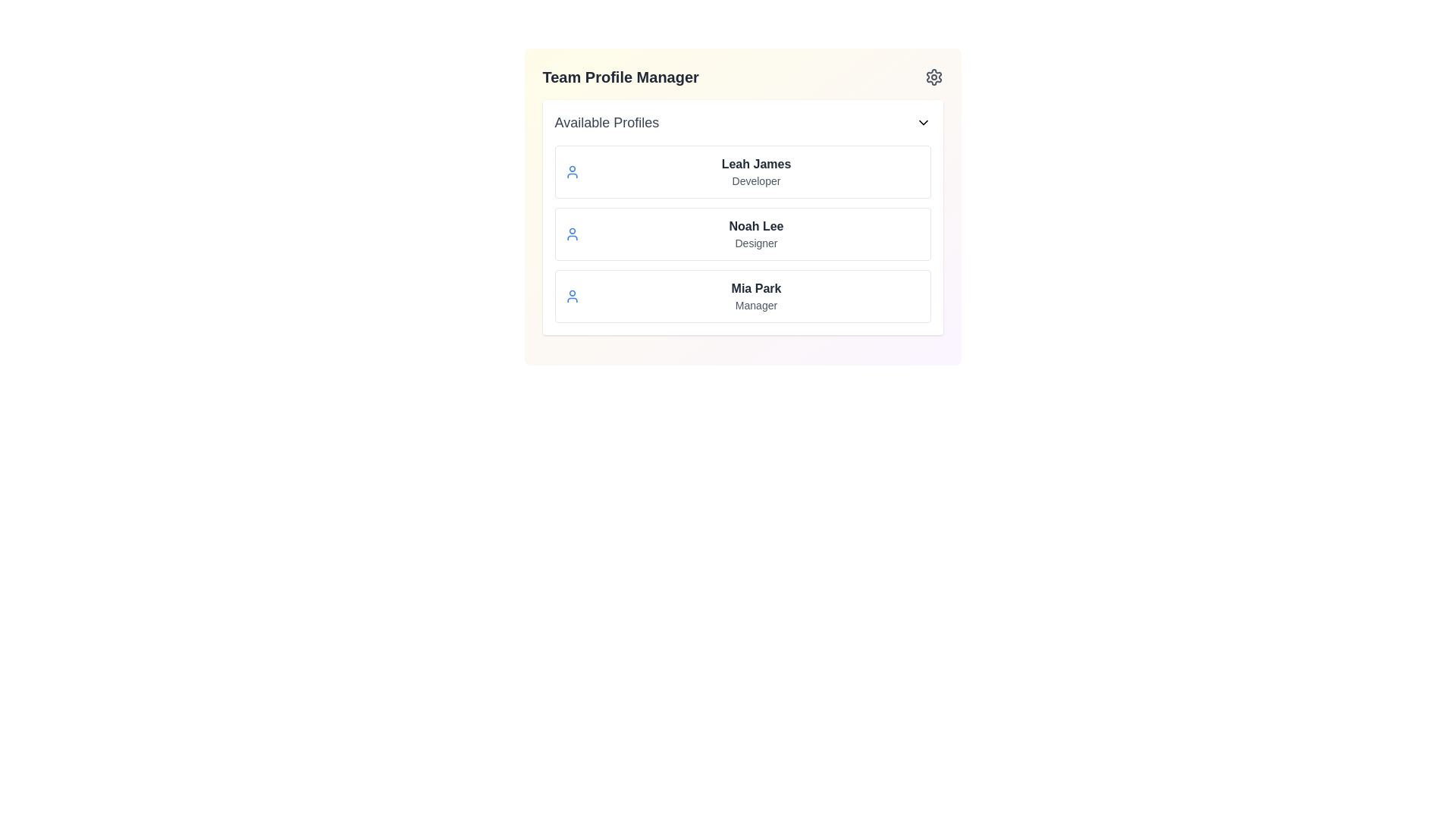  What do you see at coordinates (756, 289) in the screenshot?
I see `the profile entry containing the text label 'Mia Park' located in the 'Available Profiles' section of the 'Team Profile Manager' interface` at bounding box center [756, 289].